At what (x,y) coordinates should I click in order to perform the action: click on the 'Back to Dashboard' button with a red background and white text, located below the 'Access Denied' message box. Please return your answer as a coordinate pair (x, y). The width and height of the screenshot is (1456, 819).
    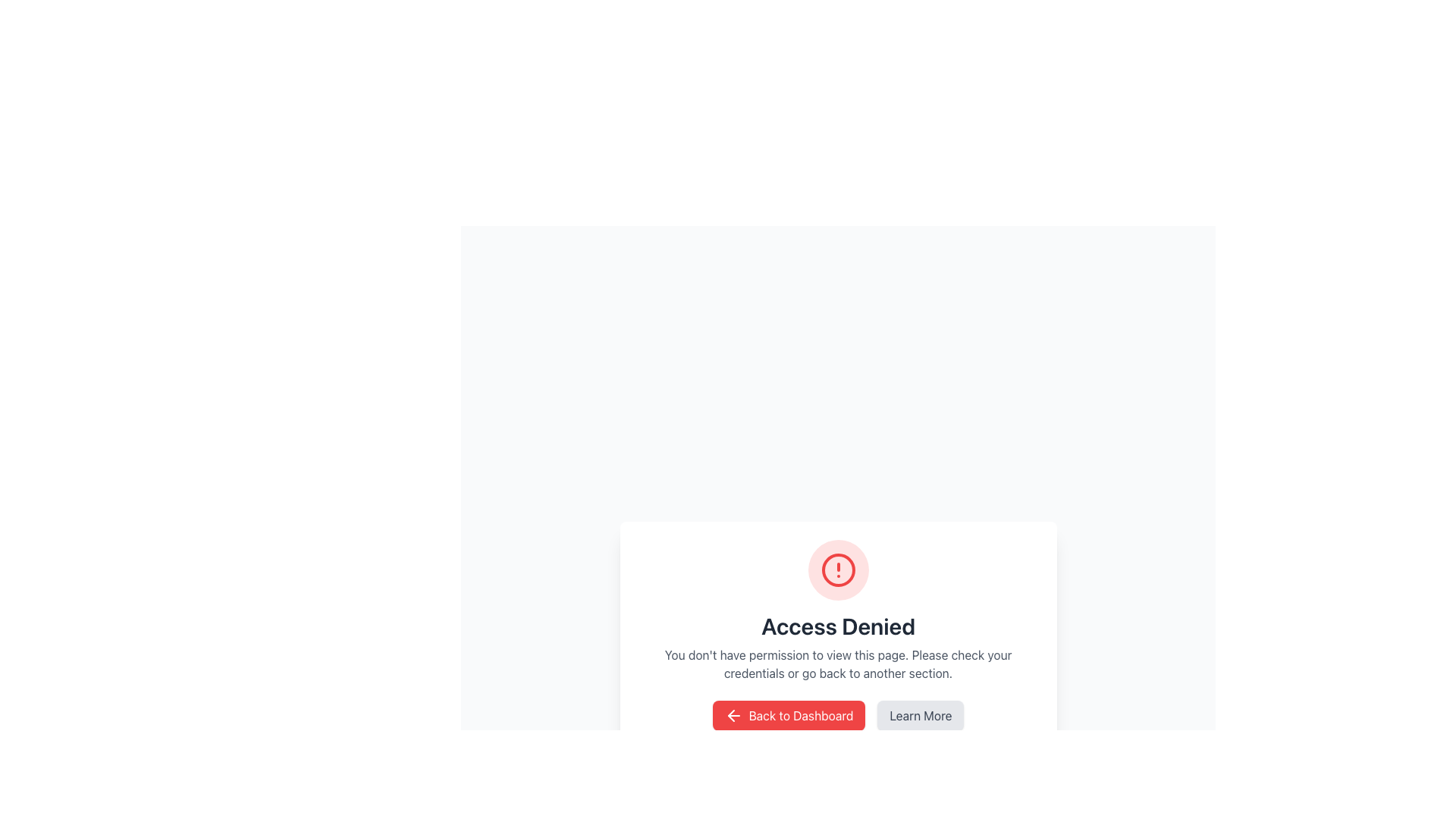
    Looking at the image, I should click on (789, 716).